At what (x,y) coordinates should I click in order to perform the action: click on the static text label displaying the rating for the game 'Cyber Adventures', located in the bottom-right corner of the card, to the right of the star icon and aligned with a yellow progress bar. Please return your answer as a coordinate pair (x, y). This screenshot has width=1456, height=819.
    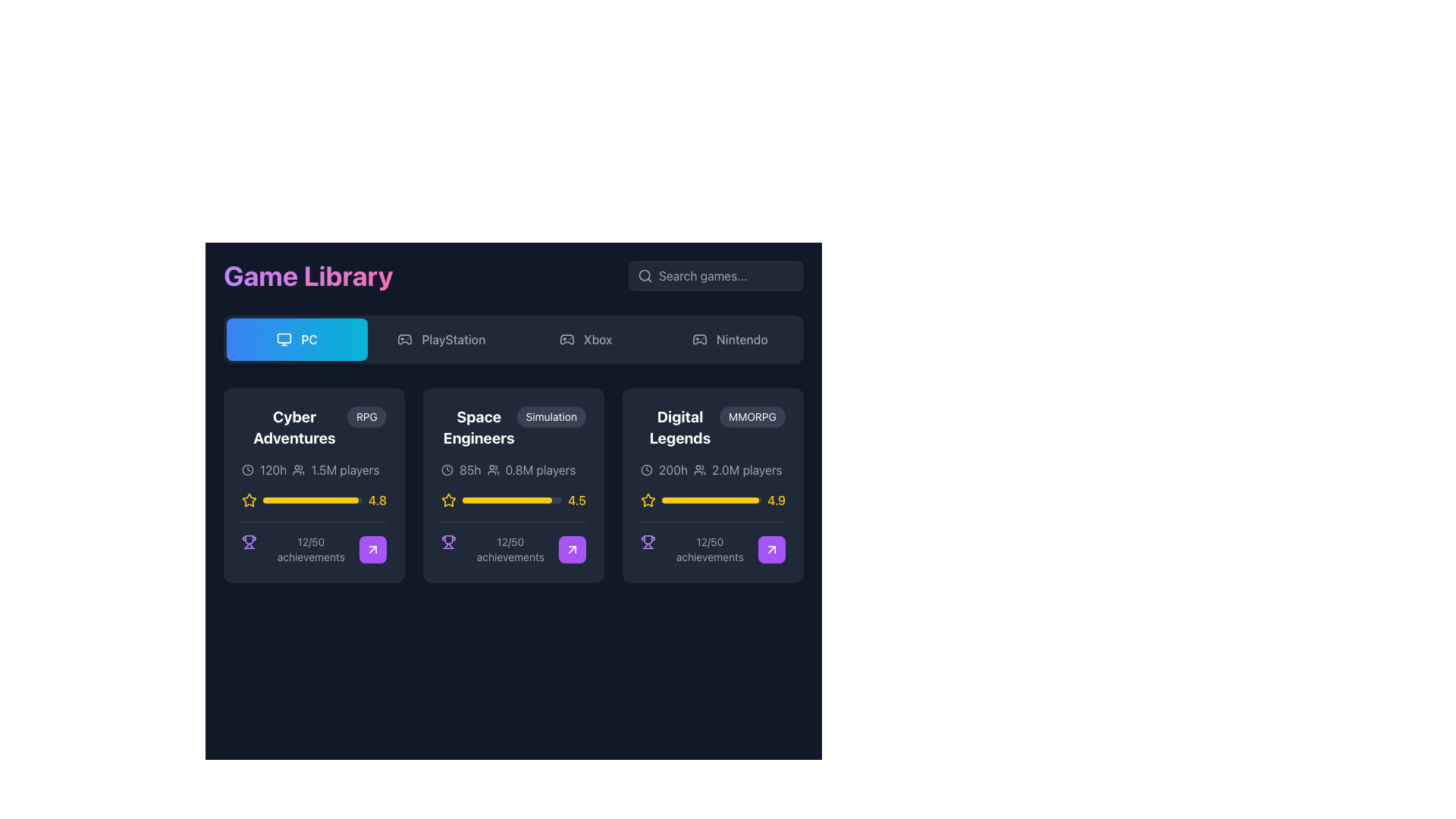
    Looking at the image, I should click on (377, 500).